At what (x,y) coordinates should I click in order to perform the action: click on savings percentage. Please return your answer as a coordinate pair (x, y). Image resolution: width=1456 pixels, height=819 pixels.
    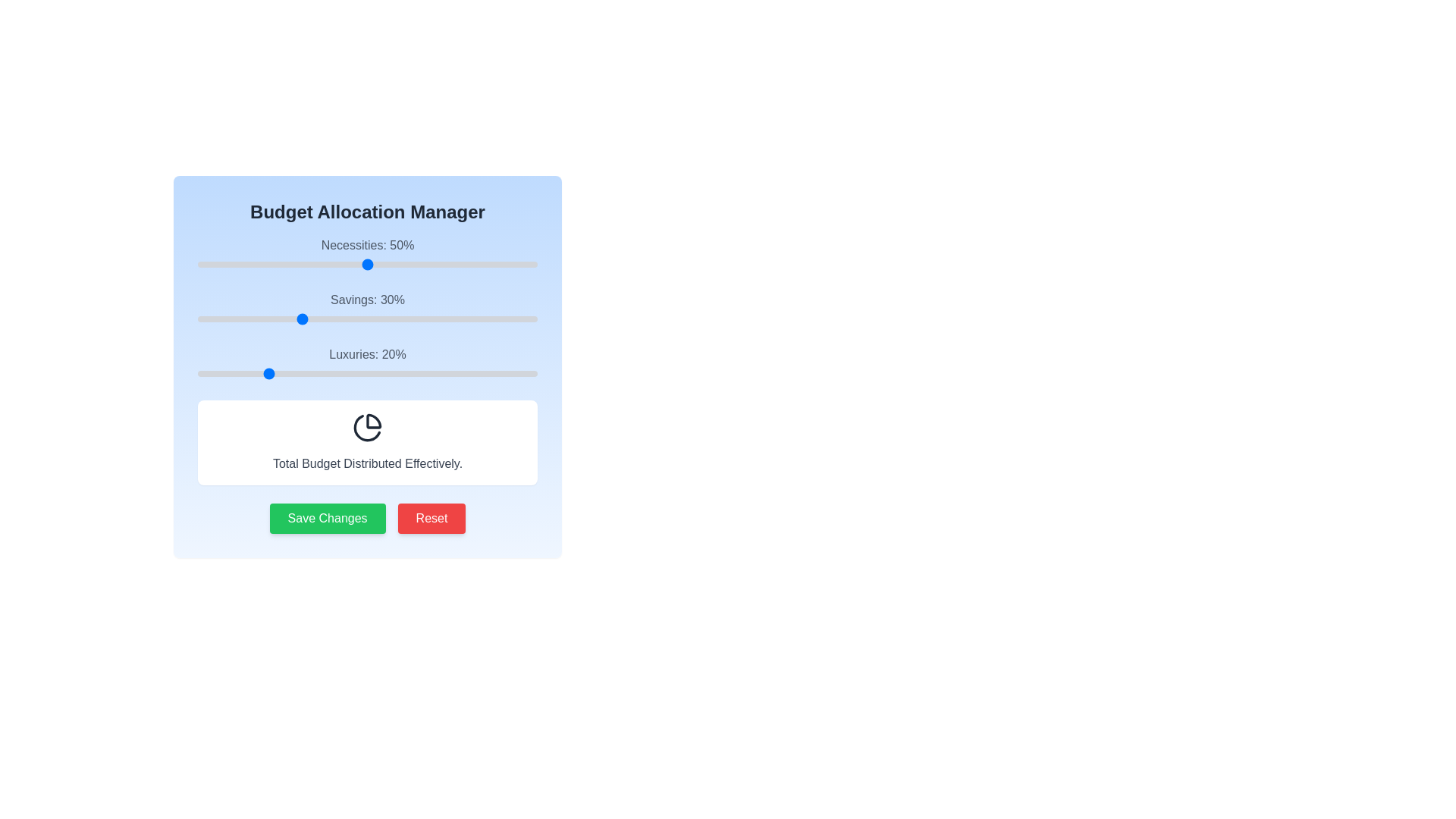
    Looking at the image, I should click on (425, 318).